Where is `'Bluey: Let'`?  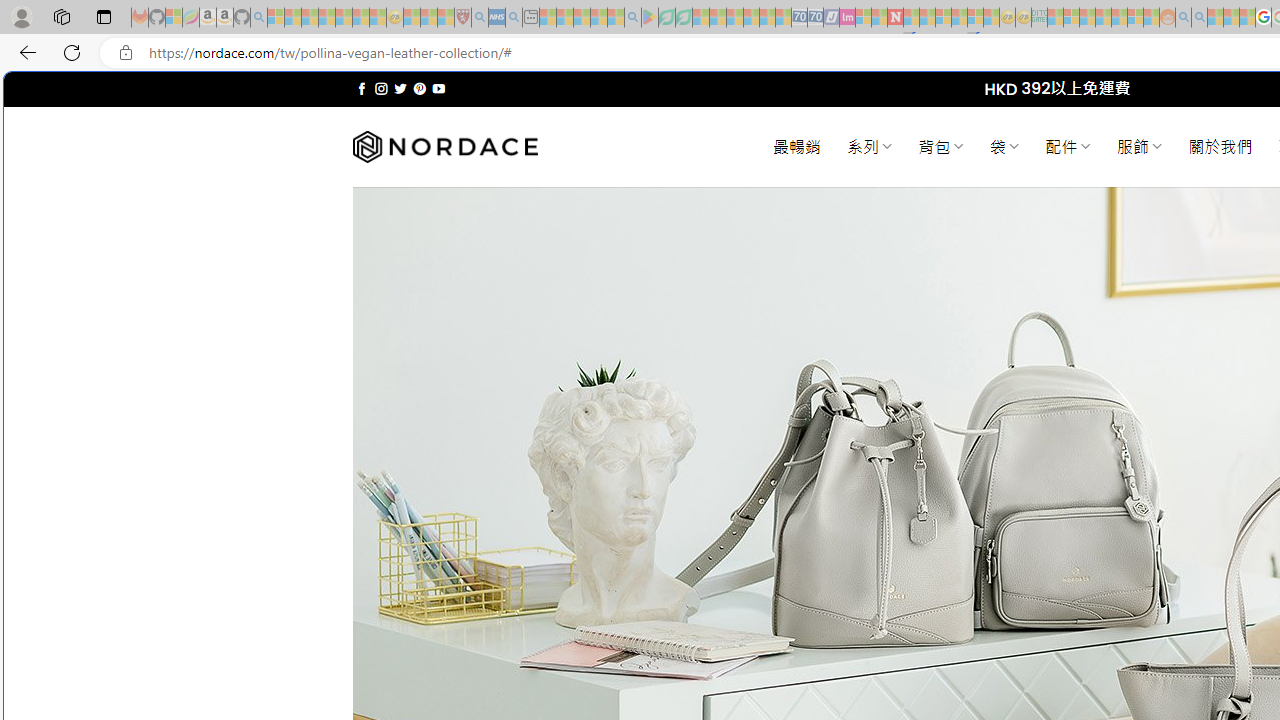 'Bluey: Let' is located at coordinates (650, 17).